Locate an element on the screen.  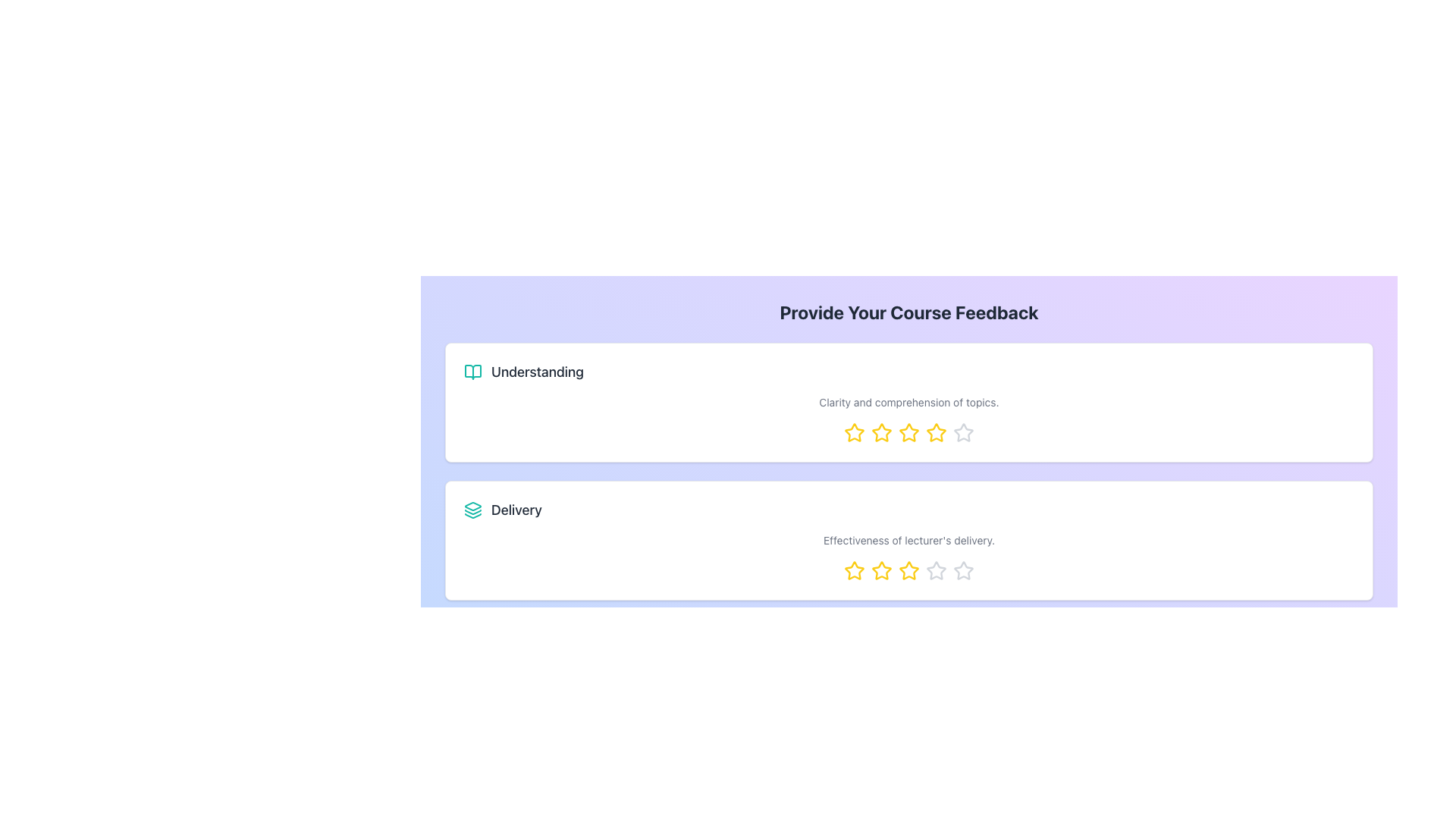
the fourth star from the left in the second row of the star rating system under the 'Delivery' feedback category to give a rating is located at coordinates (934, 570).